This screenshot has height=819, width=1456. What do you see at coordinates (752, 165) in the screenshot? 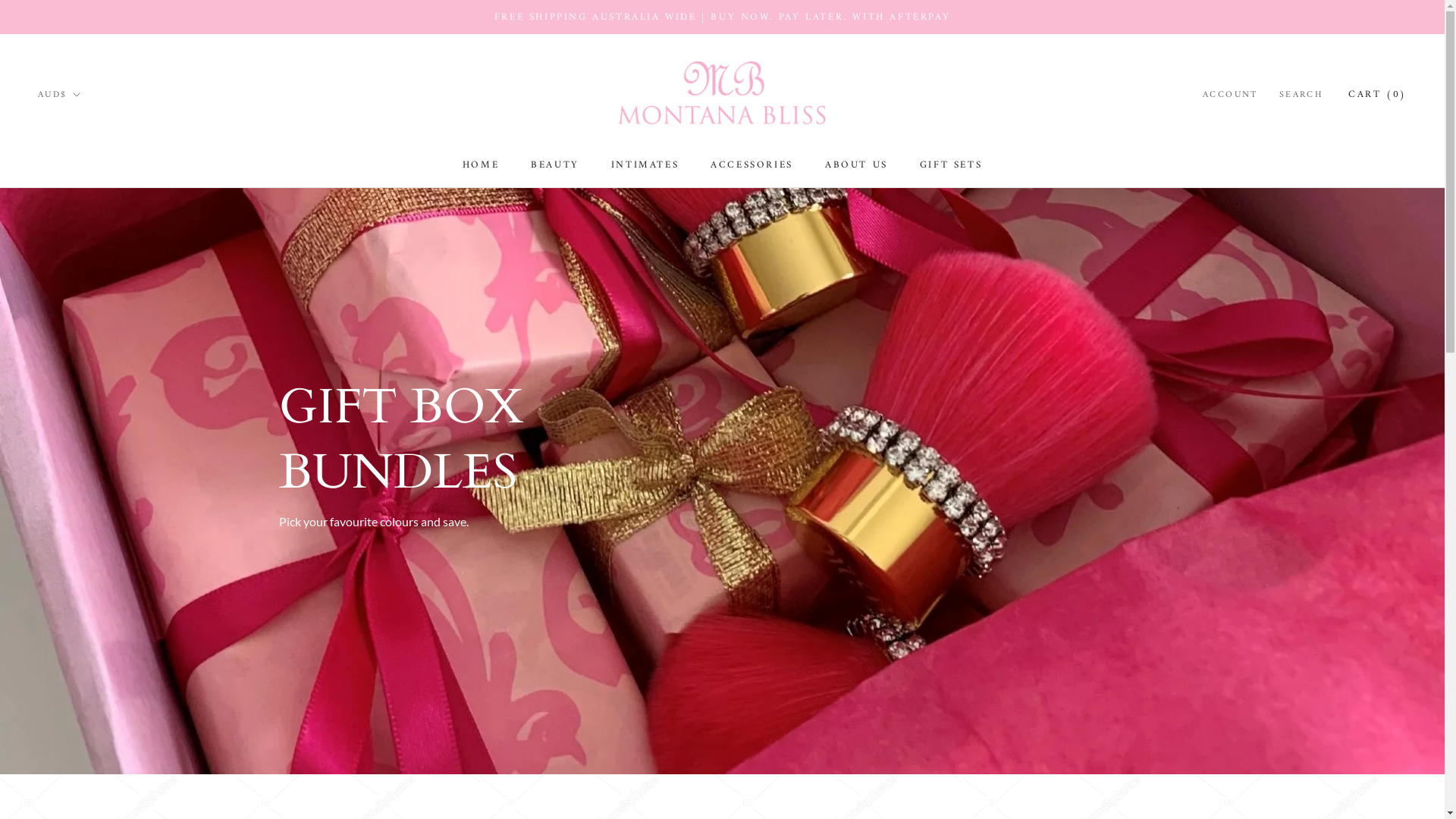
I see `'ACCESSORIES` at bounding box center [752, 165].